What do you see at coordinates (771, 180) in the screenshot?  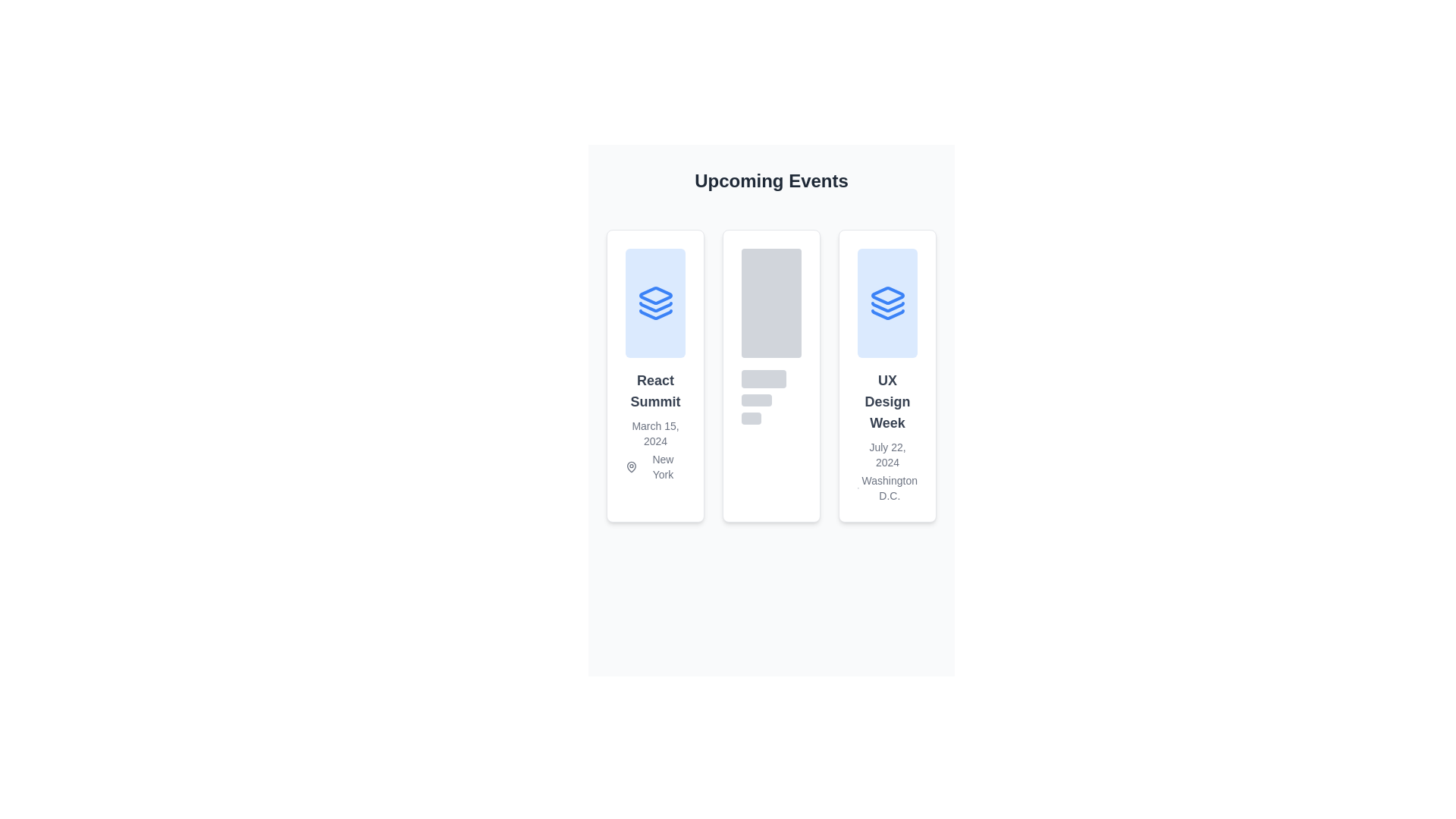 I see `the header text 'Upcoming Events' which is styled with a large bold font, centered alignment, and black color on a grayish background` at bounding box center [771, 180].